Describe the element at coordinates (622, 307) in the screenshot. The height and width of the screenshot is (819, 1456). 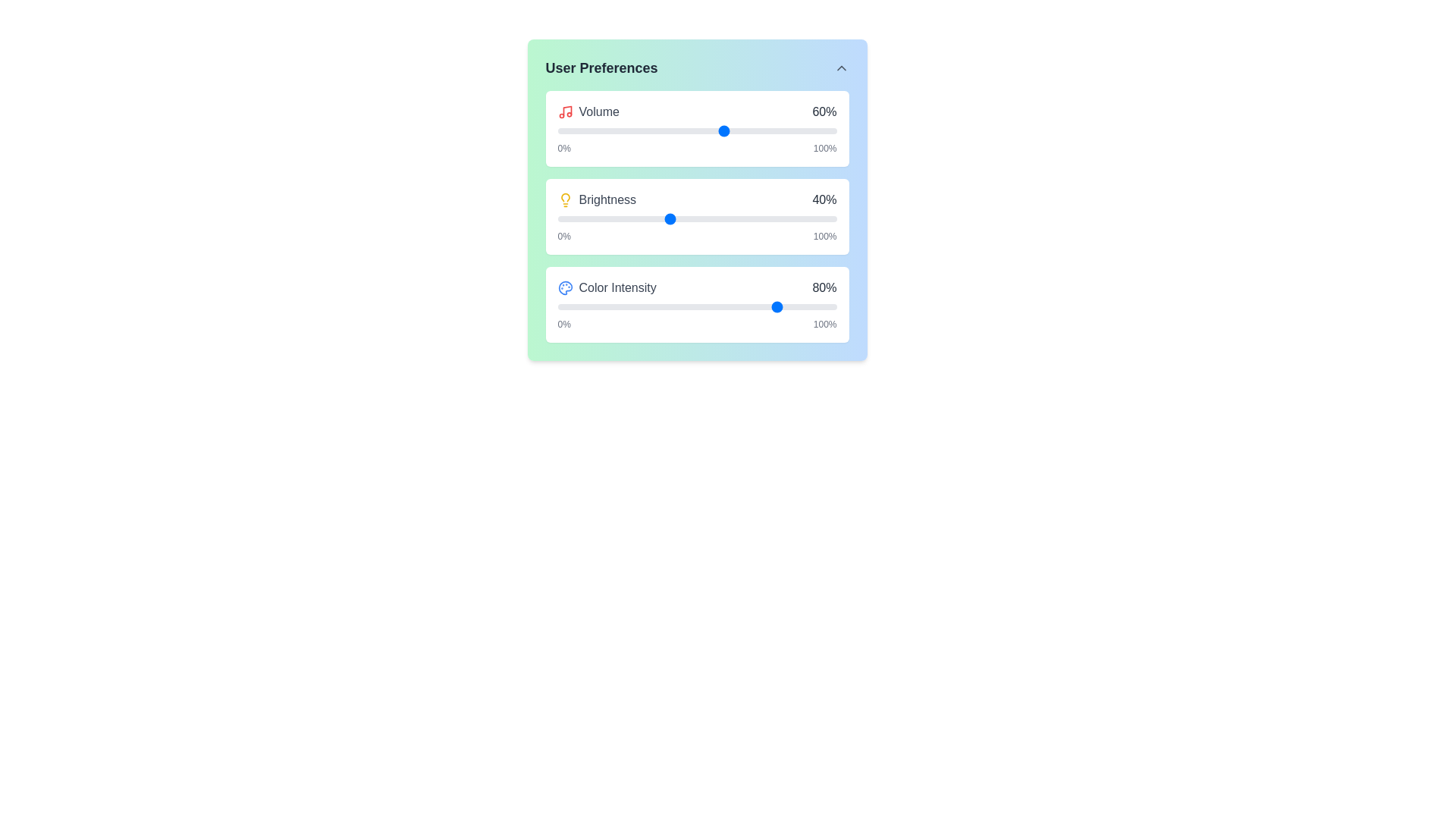
I see `the Color Intensity` at that location.